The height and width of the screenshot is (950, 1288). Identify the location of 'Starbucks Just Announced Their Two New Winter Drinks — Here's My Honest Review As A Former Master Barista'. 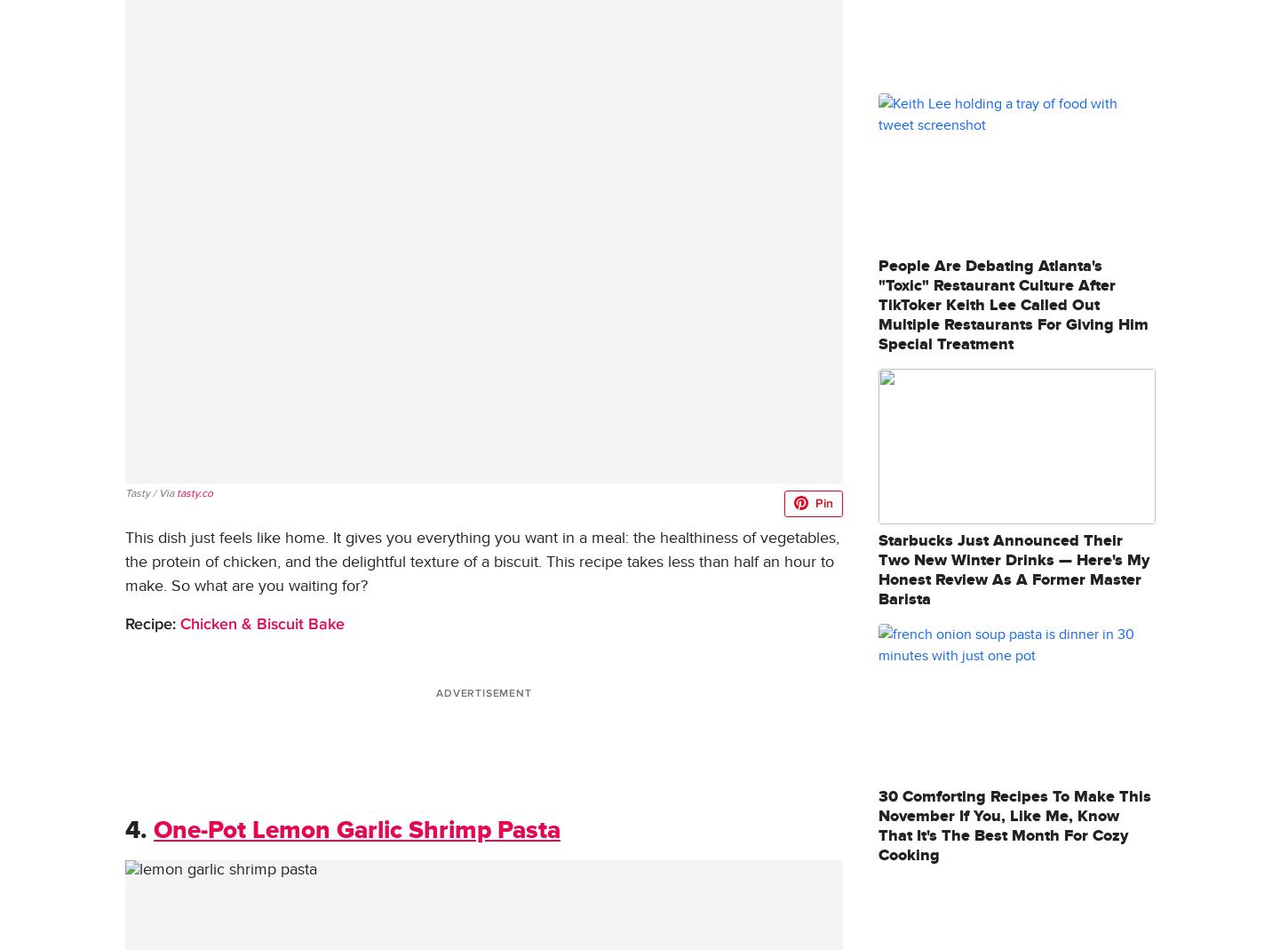
(879, 570).